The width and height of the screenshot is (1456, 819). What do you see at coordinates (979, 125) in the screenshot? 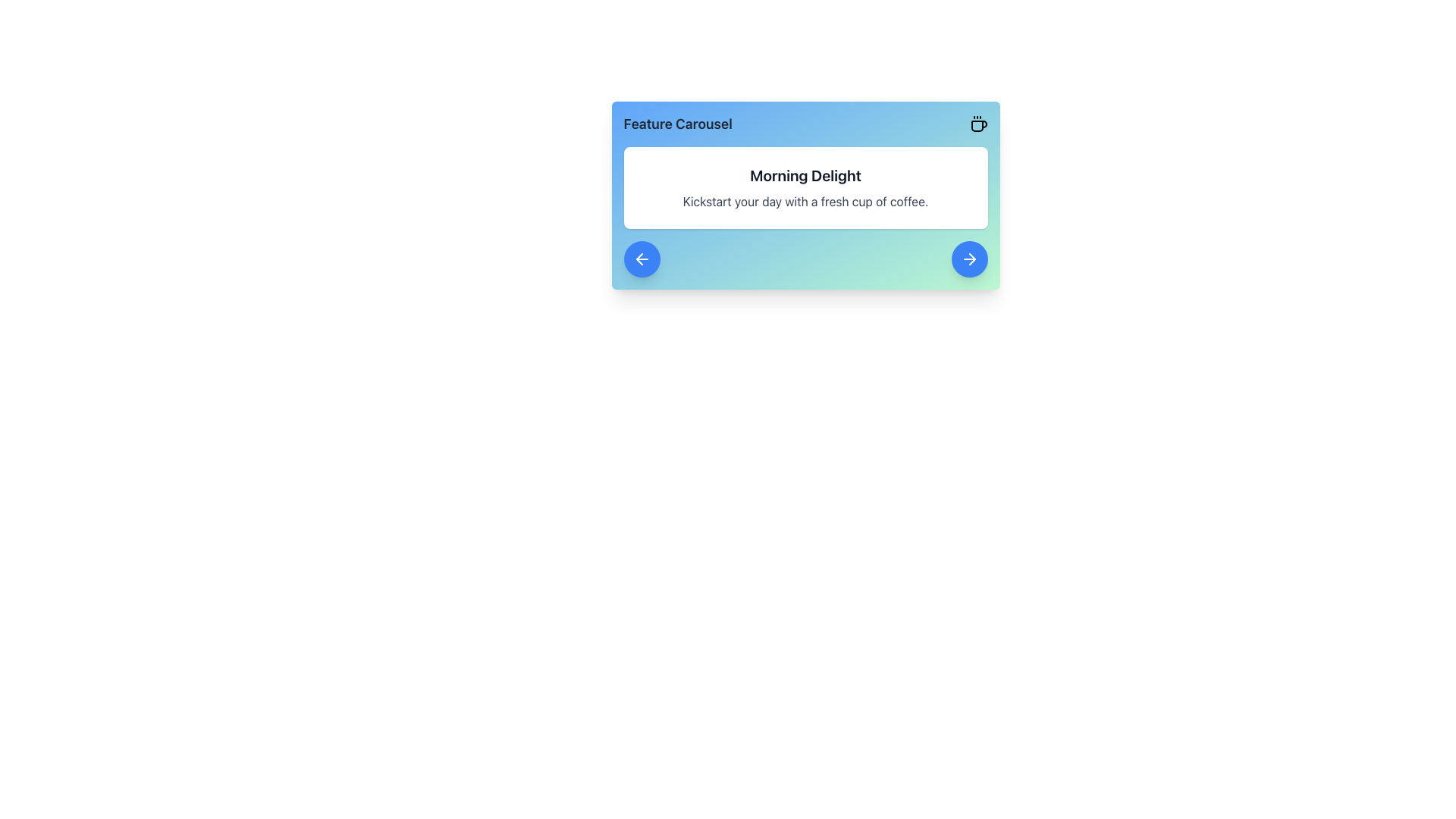
I see `the coffee mug icon located in the top-right of the carousel card, which is styled as an SVG graphic with neutral colors and a rounded body` at bounding box center [979, 125].